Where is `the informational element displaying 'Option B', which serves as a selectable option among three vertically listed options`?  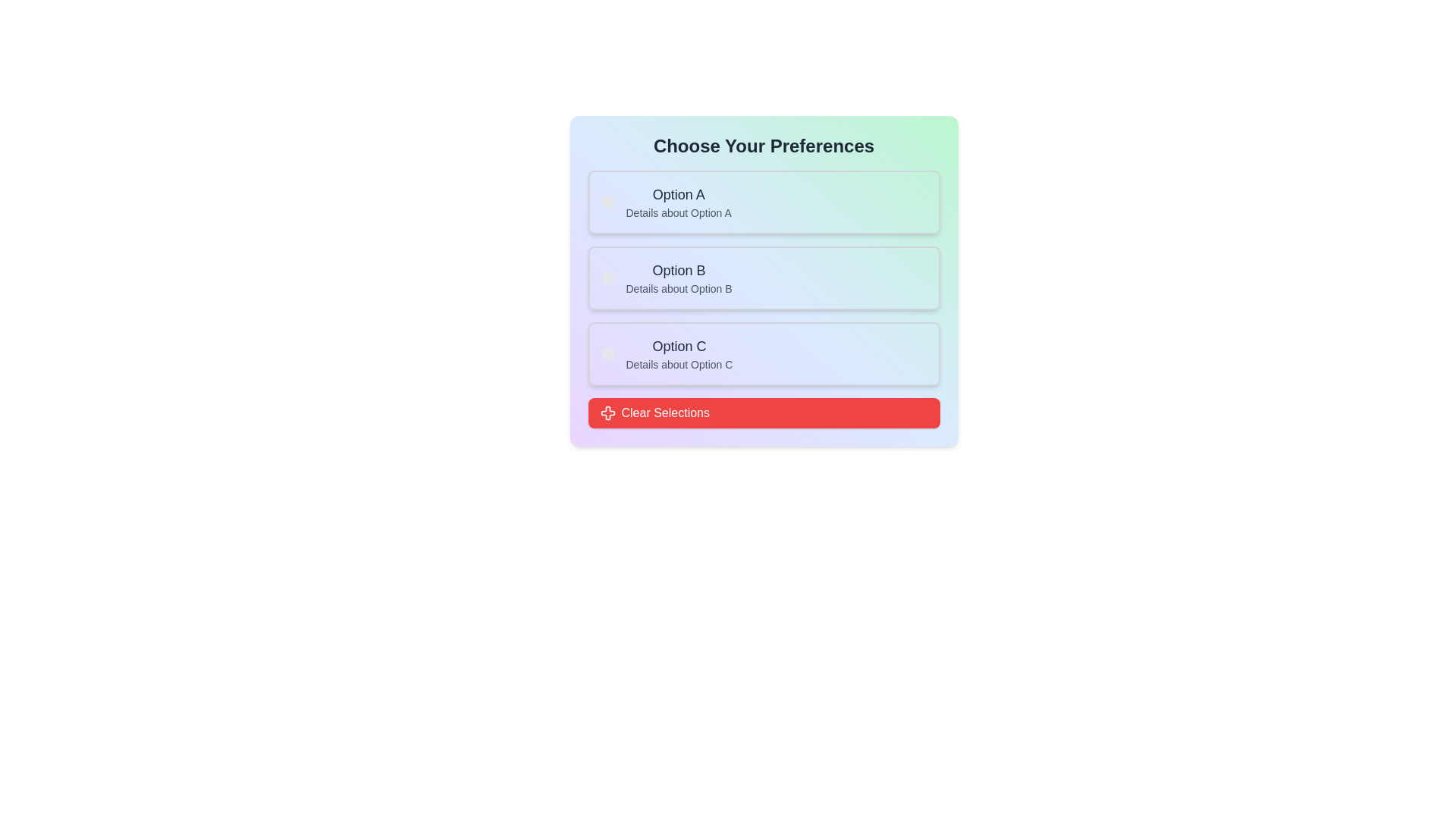
the informational element displaying 'Option B', which serves as a selectable option among three vertically listed options is located at coordinates (678, 278).